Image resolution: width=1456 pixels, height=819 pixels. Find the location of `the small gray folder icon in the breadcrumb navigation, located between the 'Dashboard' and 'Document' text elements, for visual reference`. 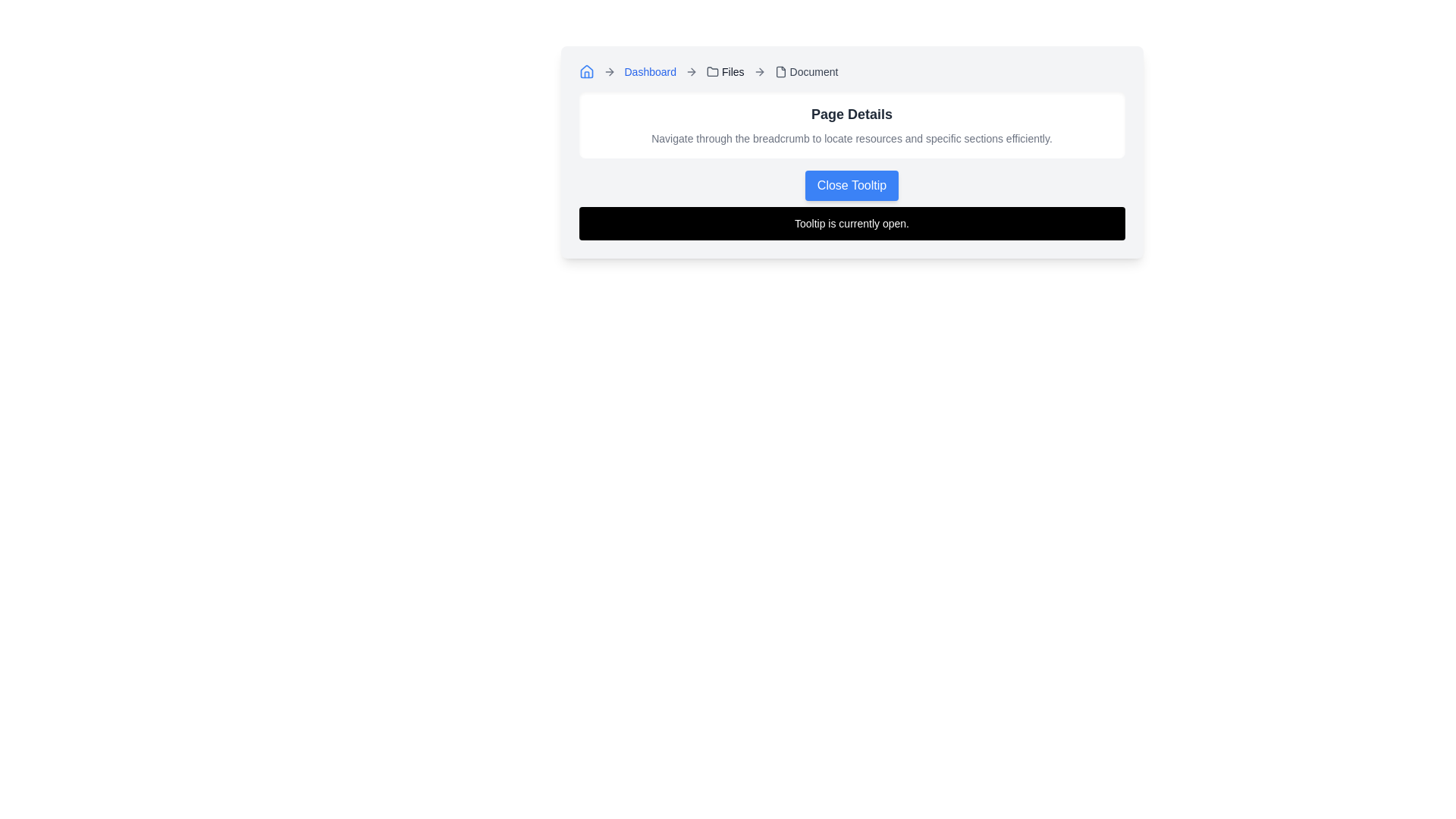

the small gray folder icon in the breadcrumb navigation, located between the 'Dashboard' and 'Document' text elements, for visual reference is located at coordinates (712, 72).